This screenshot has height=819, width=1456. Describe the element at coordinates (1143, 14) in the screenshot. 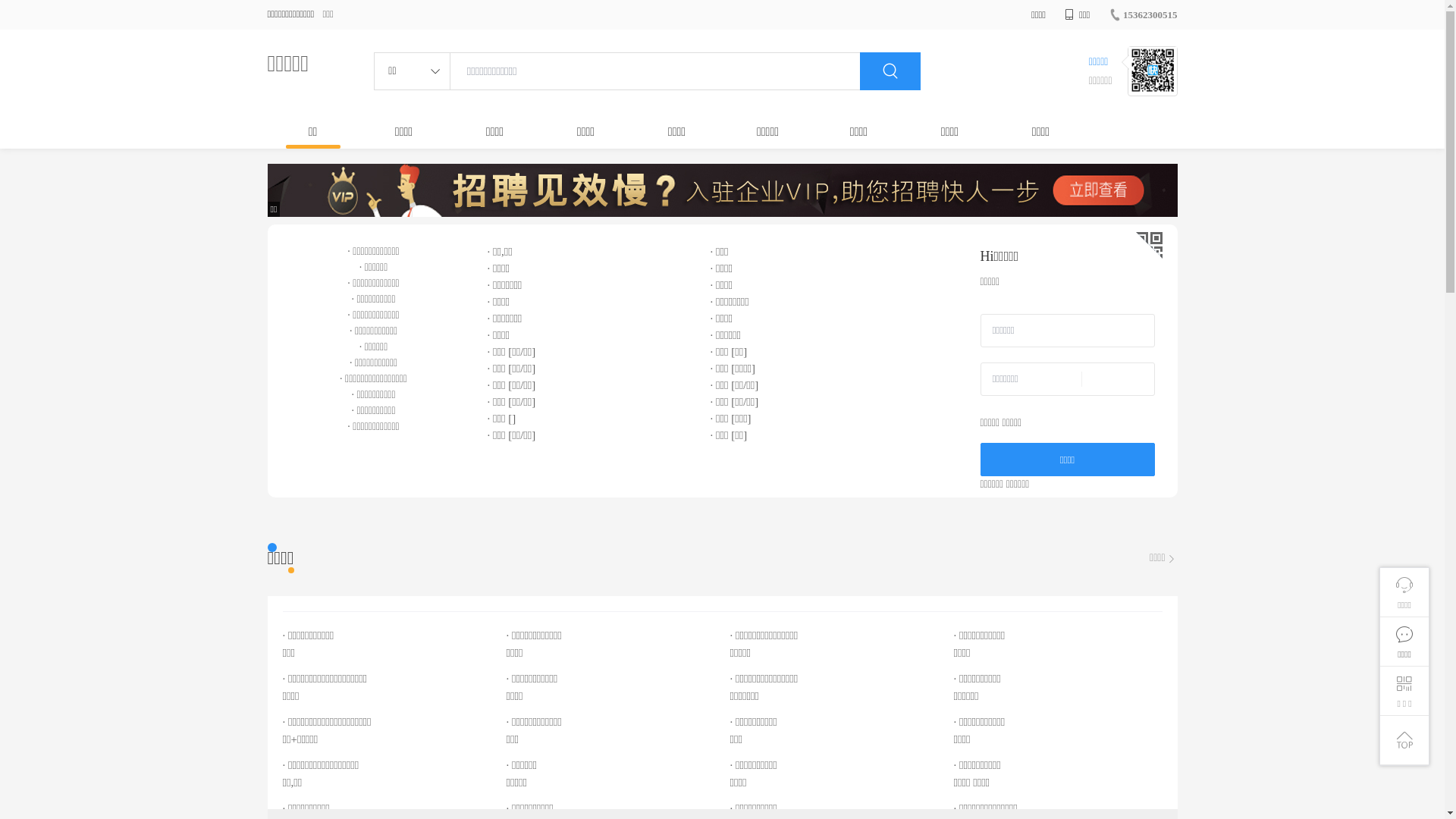

I see `'15362300515'` at that location.